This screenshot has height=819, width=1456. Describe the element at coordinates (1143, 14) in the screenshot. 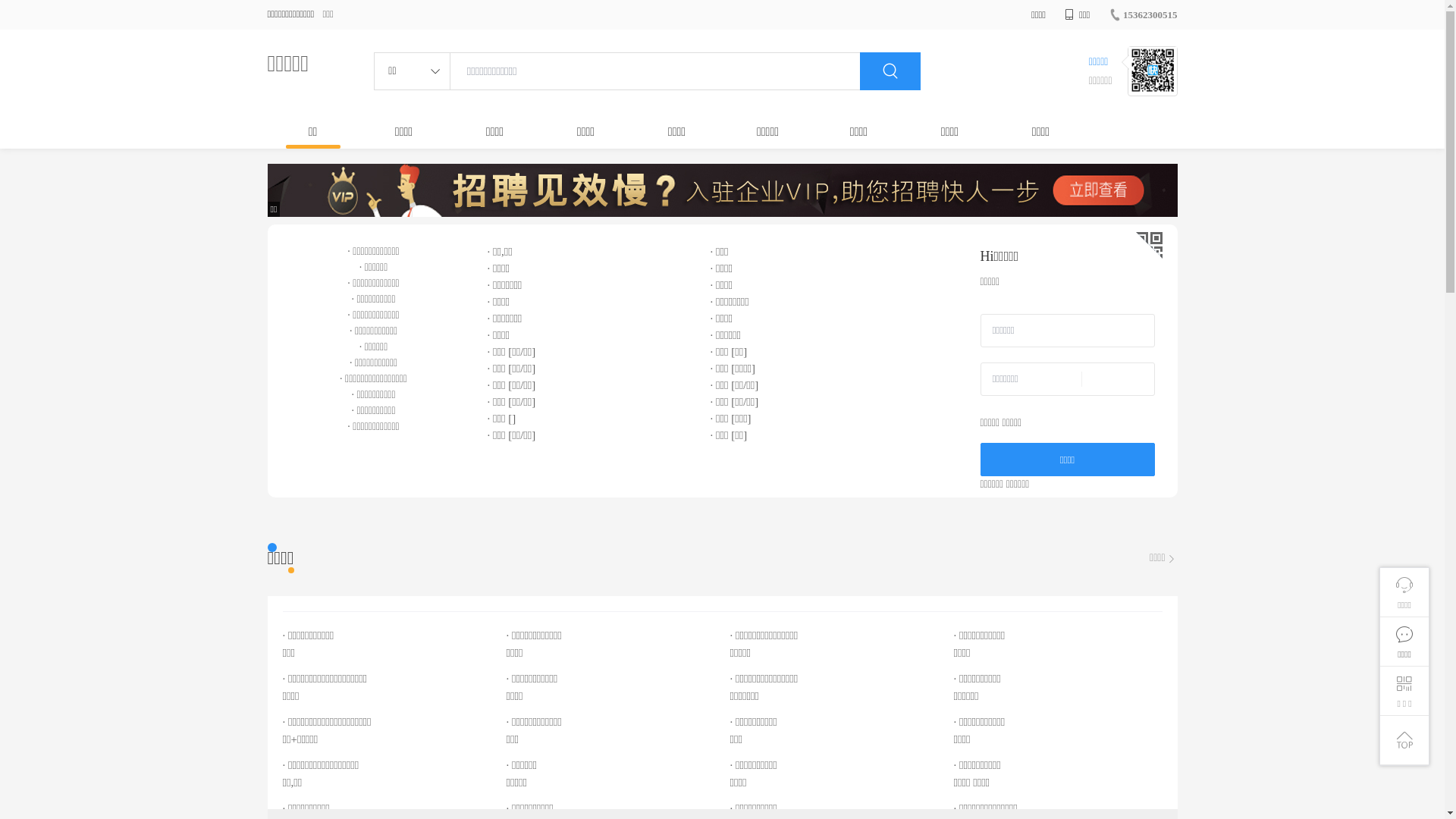

I see `'15362300515'` at that location.